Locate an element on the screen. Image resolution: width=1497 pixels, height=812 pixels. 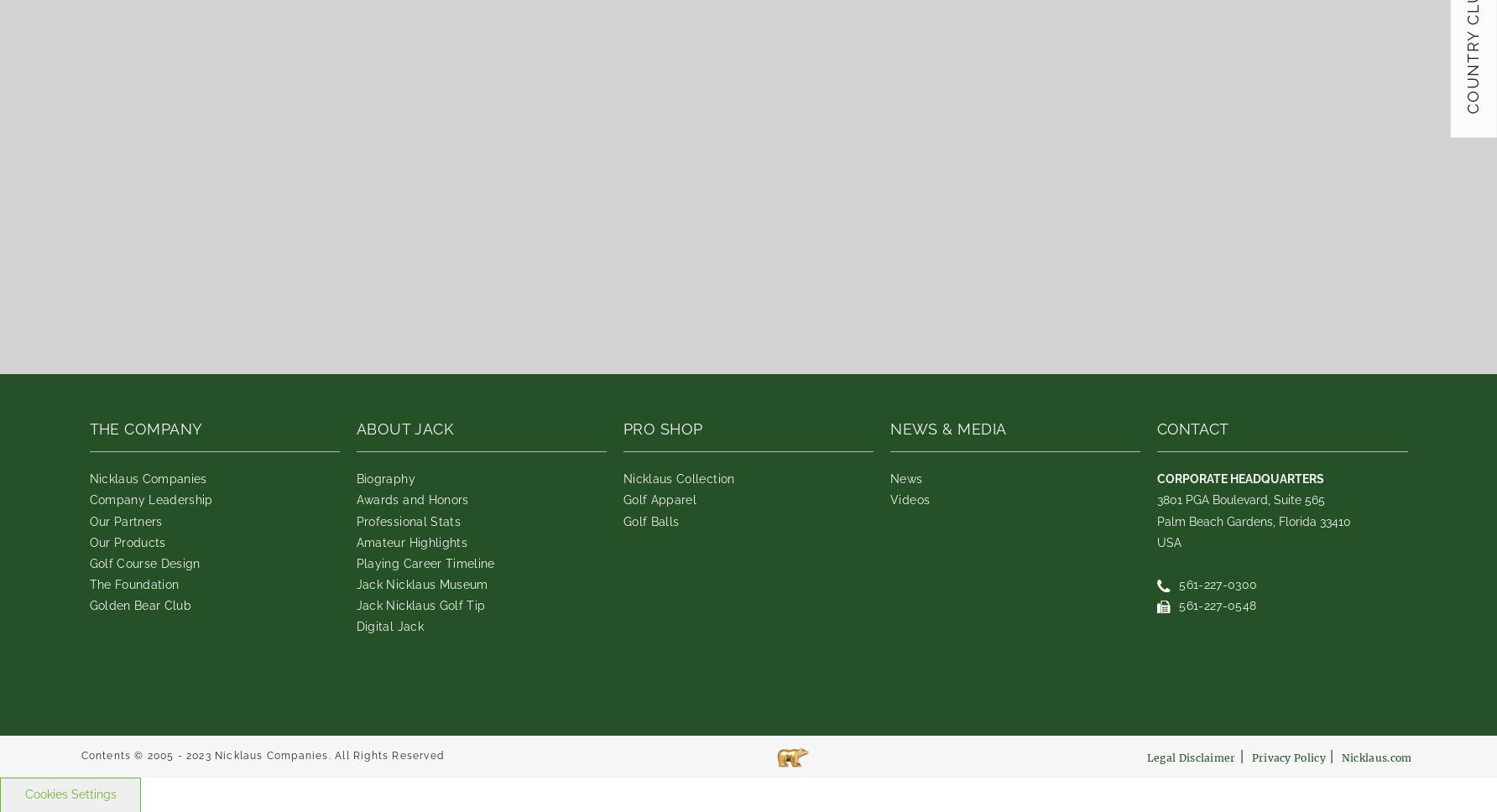
'Company Leadership' is located at coordinates (149, 499).